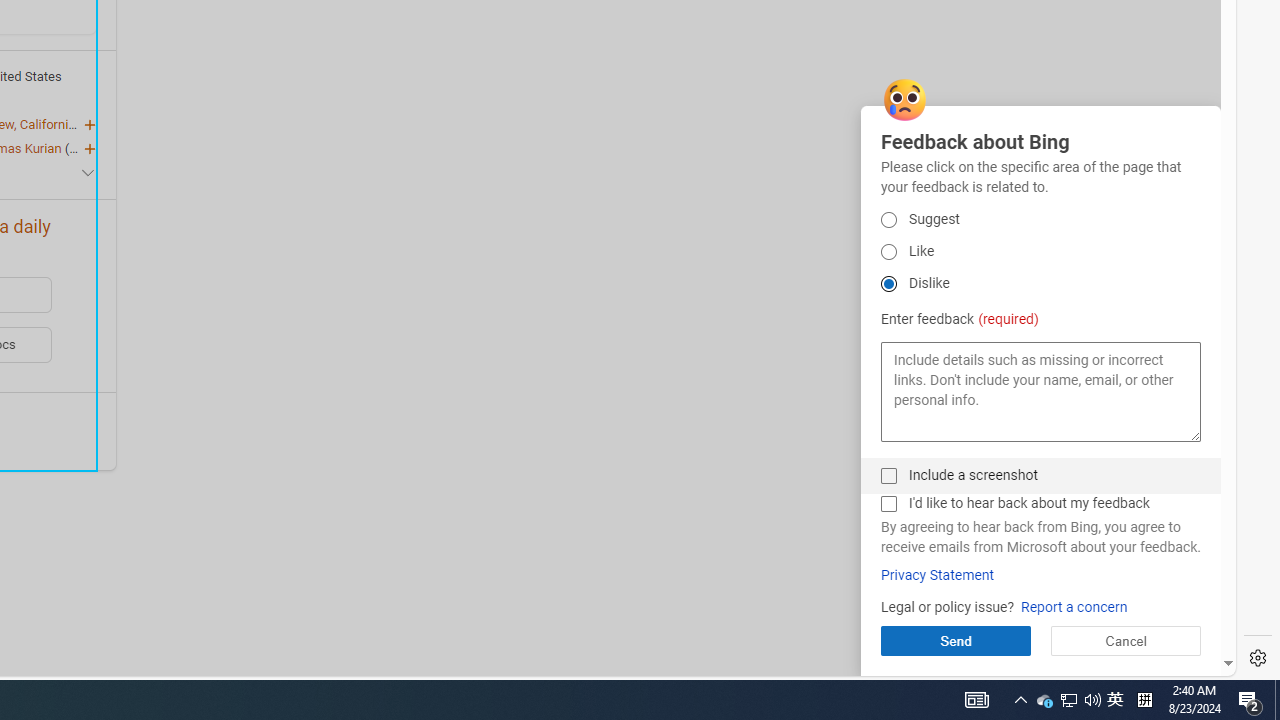 The width and height of the screenshot is (1280, 720). Describe the element at coordinates (1125, 640) in the screenshot. I see `'Cancel'` at that location.